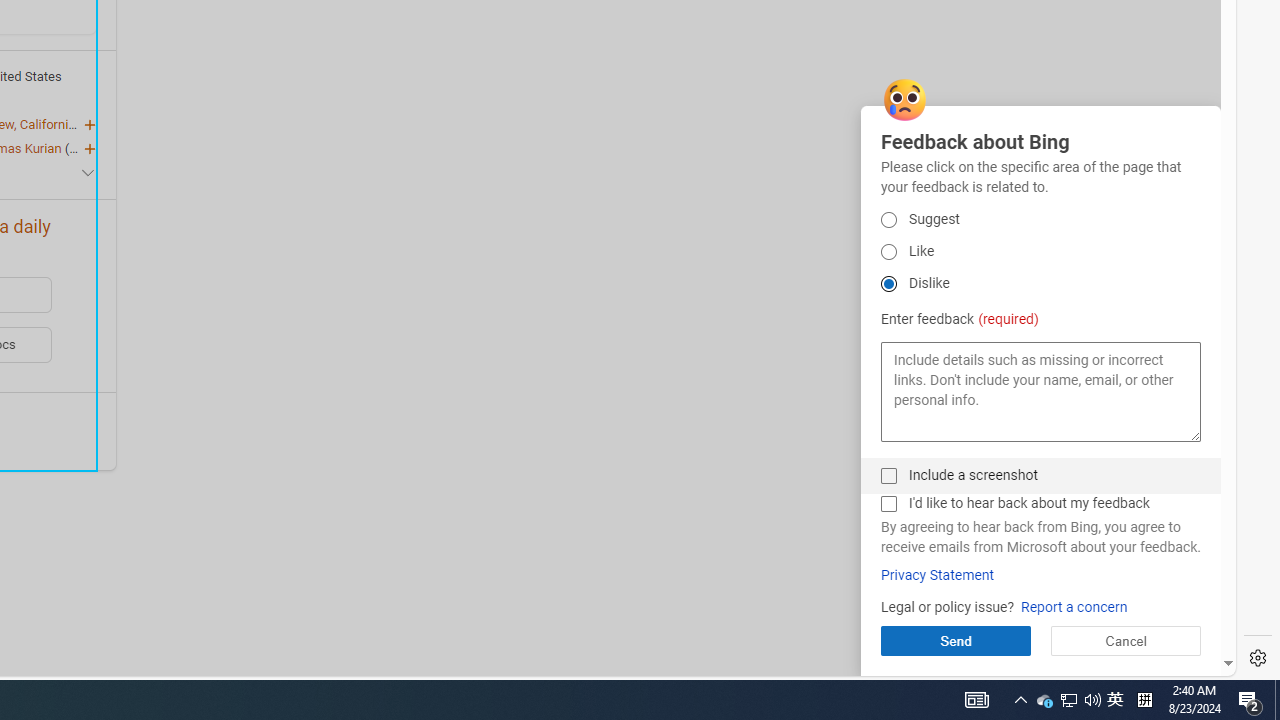 The width and height of the screenshot is (1280, 720). Describe the element at coordinates (1125, 640) in the screenshot. I see `'Cancel'` at that location.